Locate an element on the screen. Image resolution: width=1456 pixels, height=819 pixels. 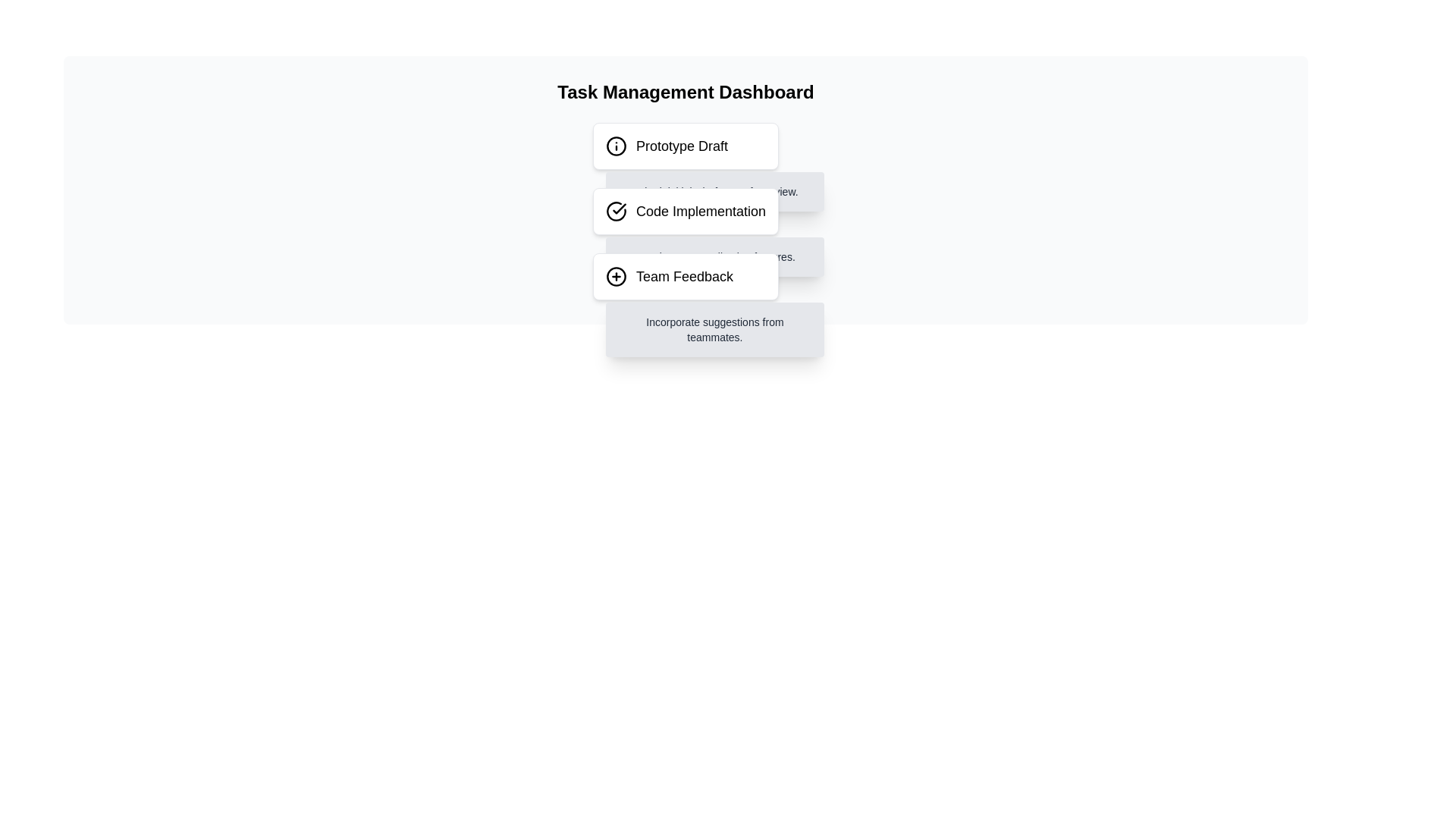
the 'Team Feedback' label, which is a medium-sized, bold text heading located in the third item of a vertical list is located at coordinates (683, 277).